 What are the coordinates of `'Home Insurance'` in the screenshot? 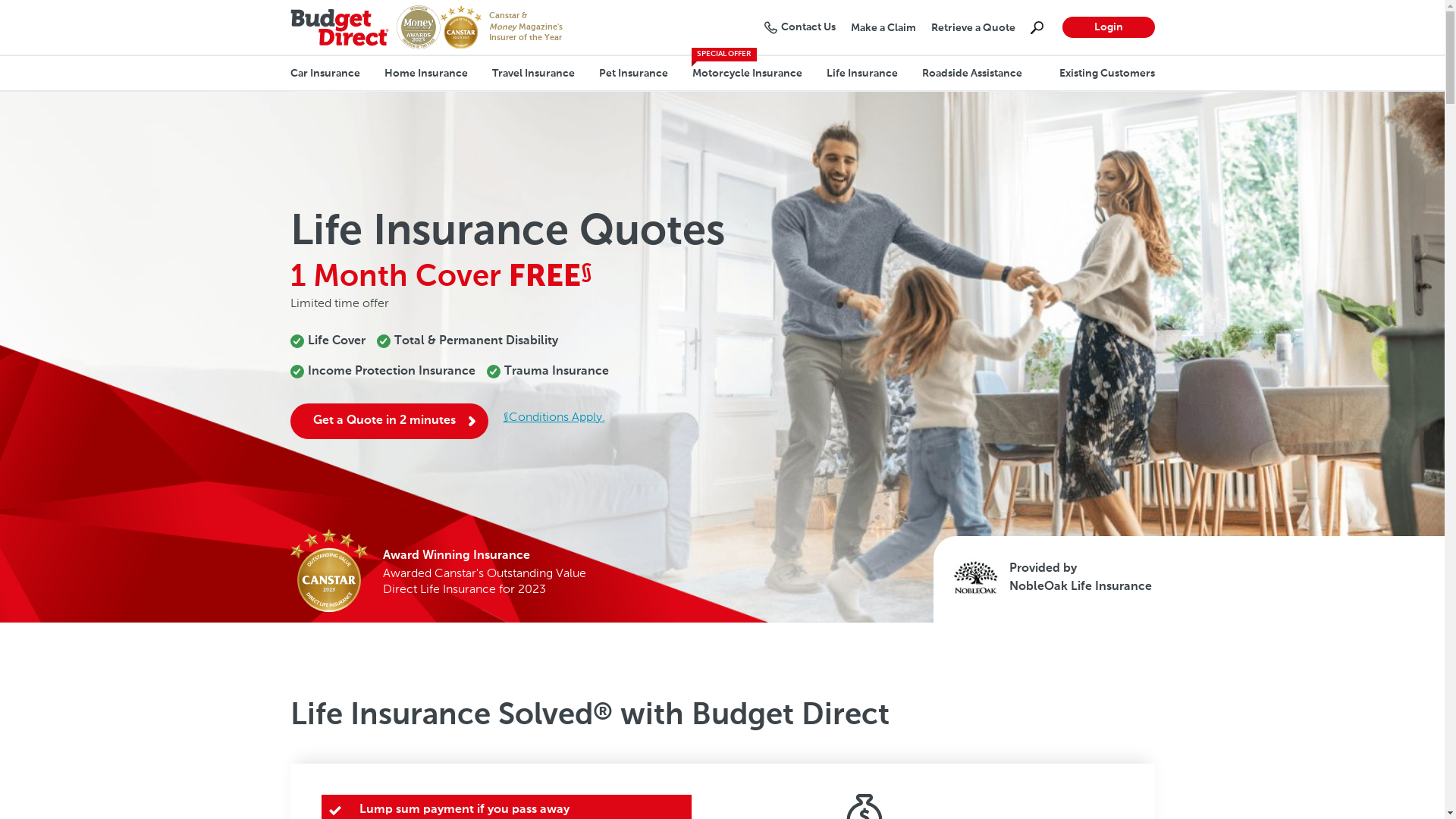 It's located at (425, 74).